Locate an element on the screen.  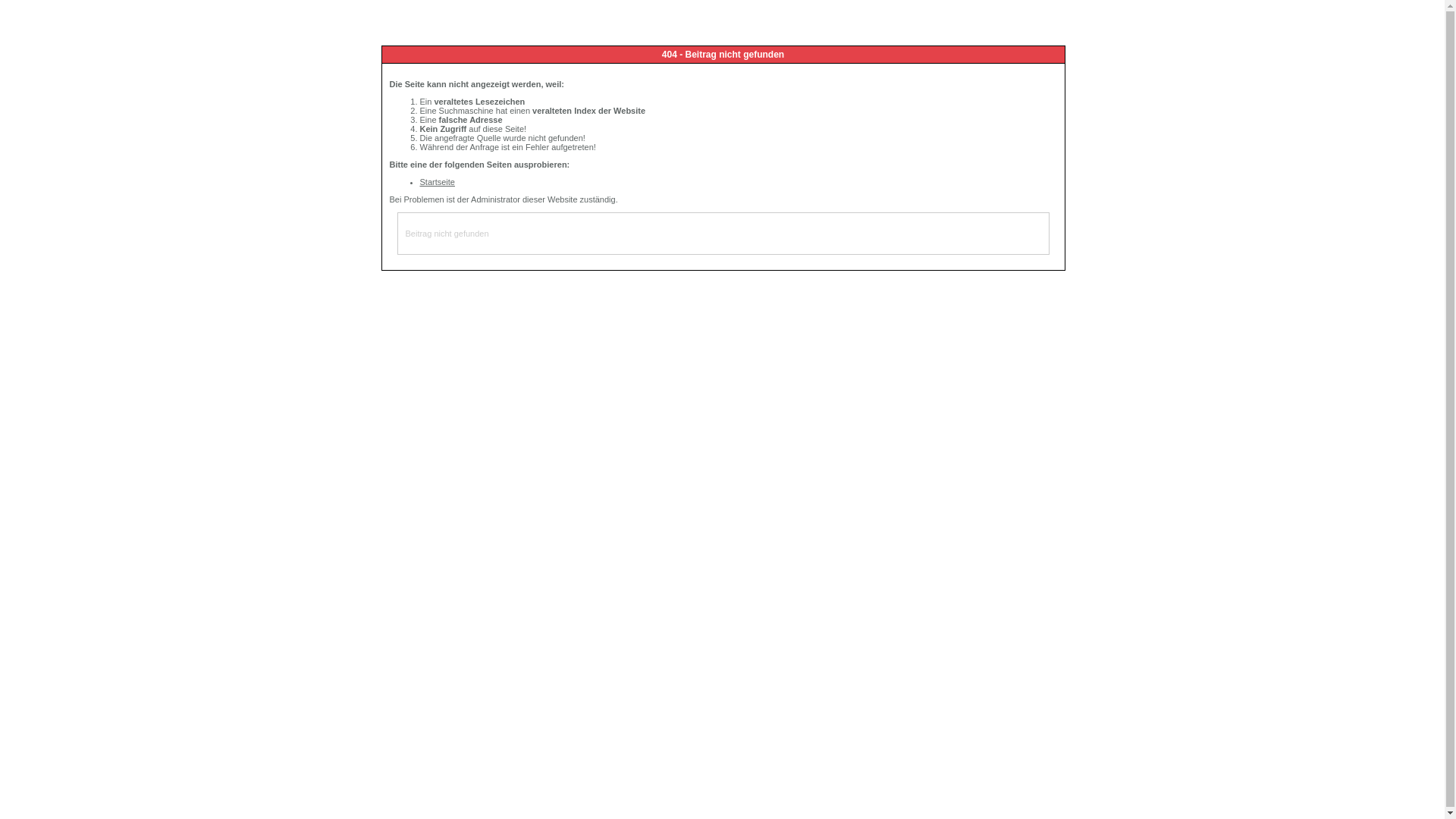
'Startseite' is located at coordinates (436, 180).